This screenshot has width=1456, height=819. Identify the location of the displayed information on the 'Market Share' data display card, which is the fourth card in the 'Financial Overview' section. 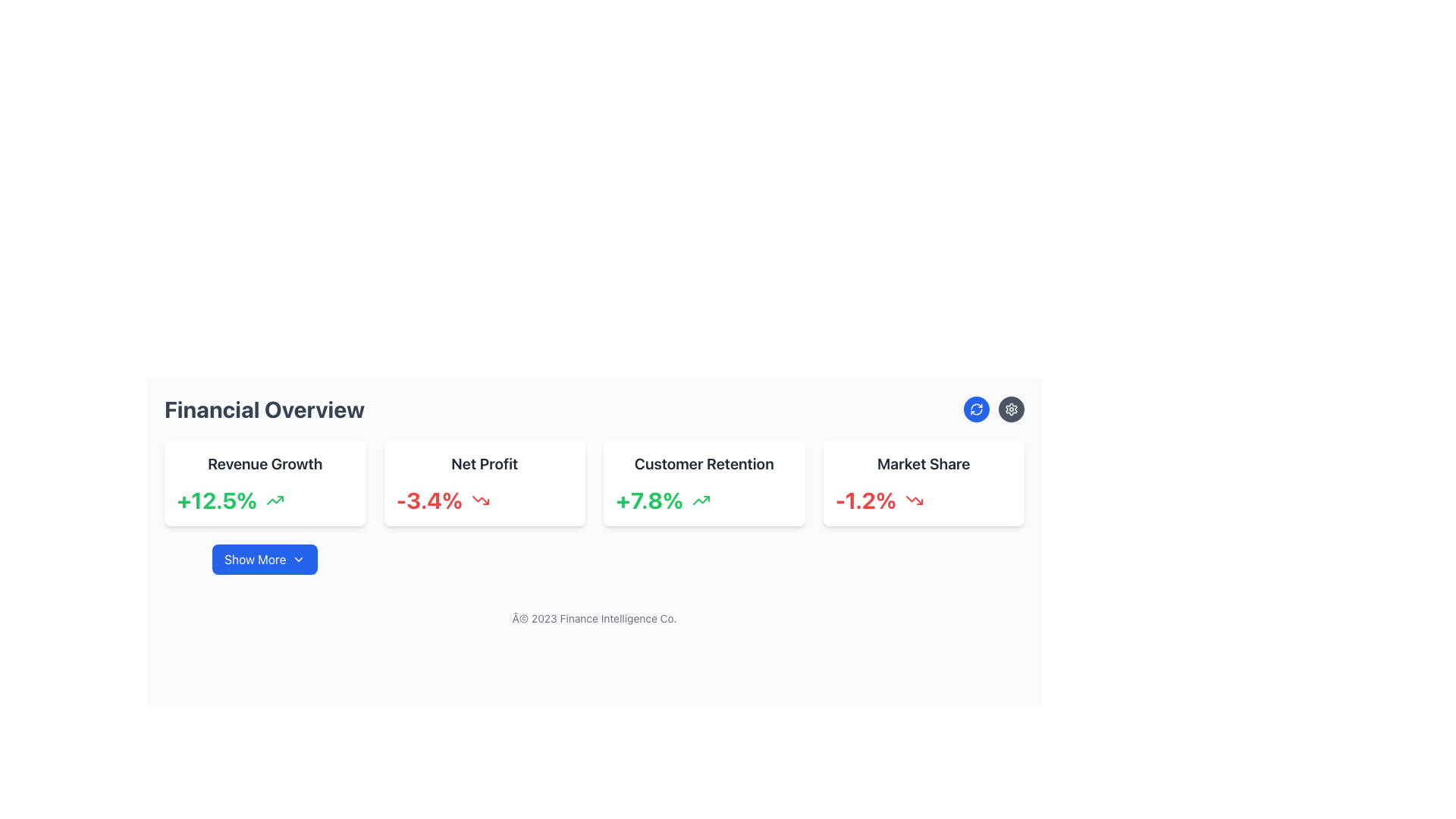
(923, 483).